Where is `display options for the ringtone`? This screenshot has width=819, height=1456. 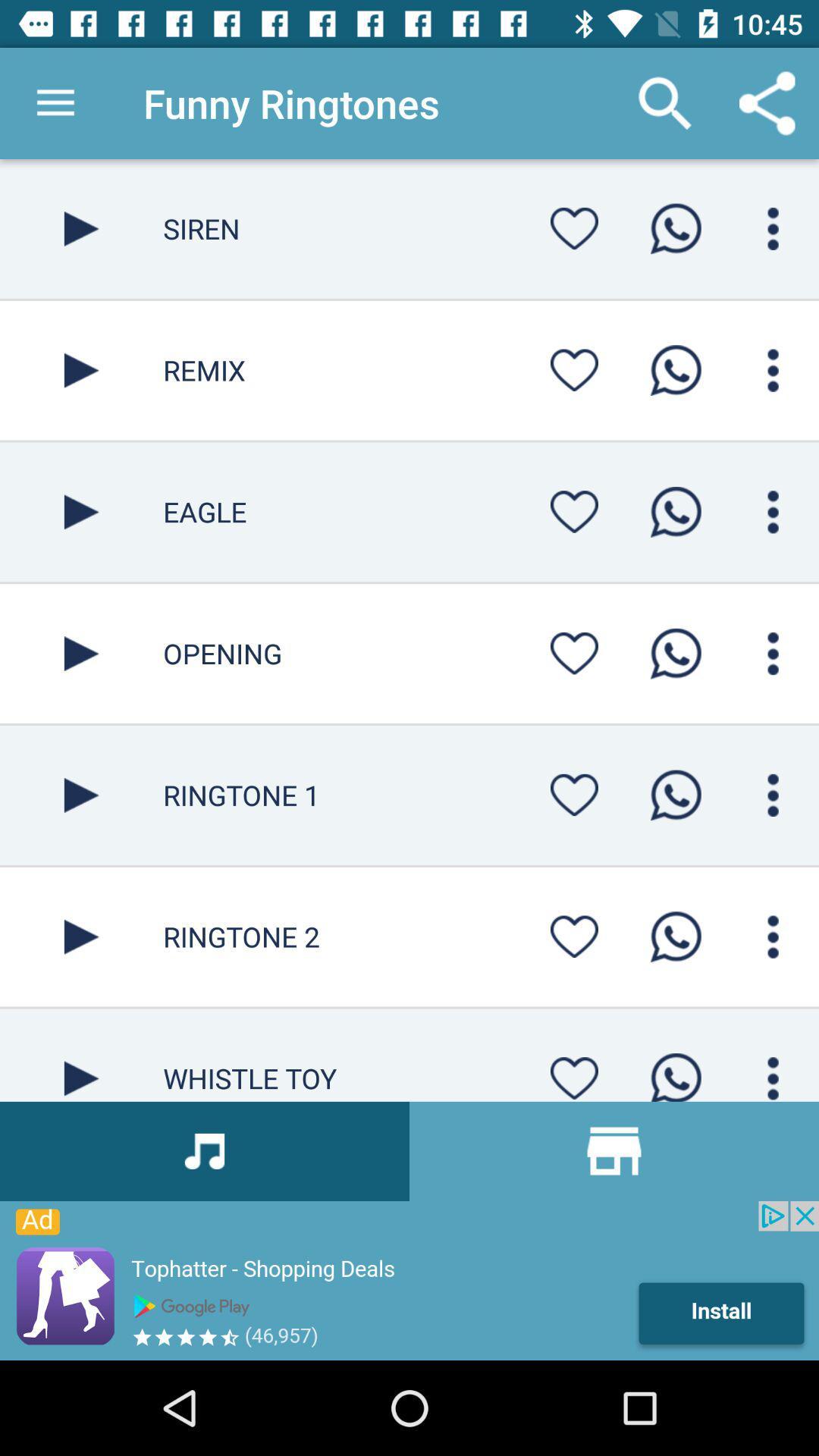 display options for the ringtone is located at coordinates (773, 370).